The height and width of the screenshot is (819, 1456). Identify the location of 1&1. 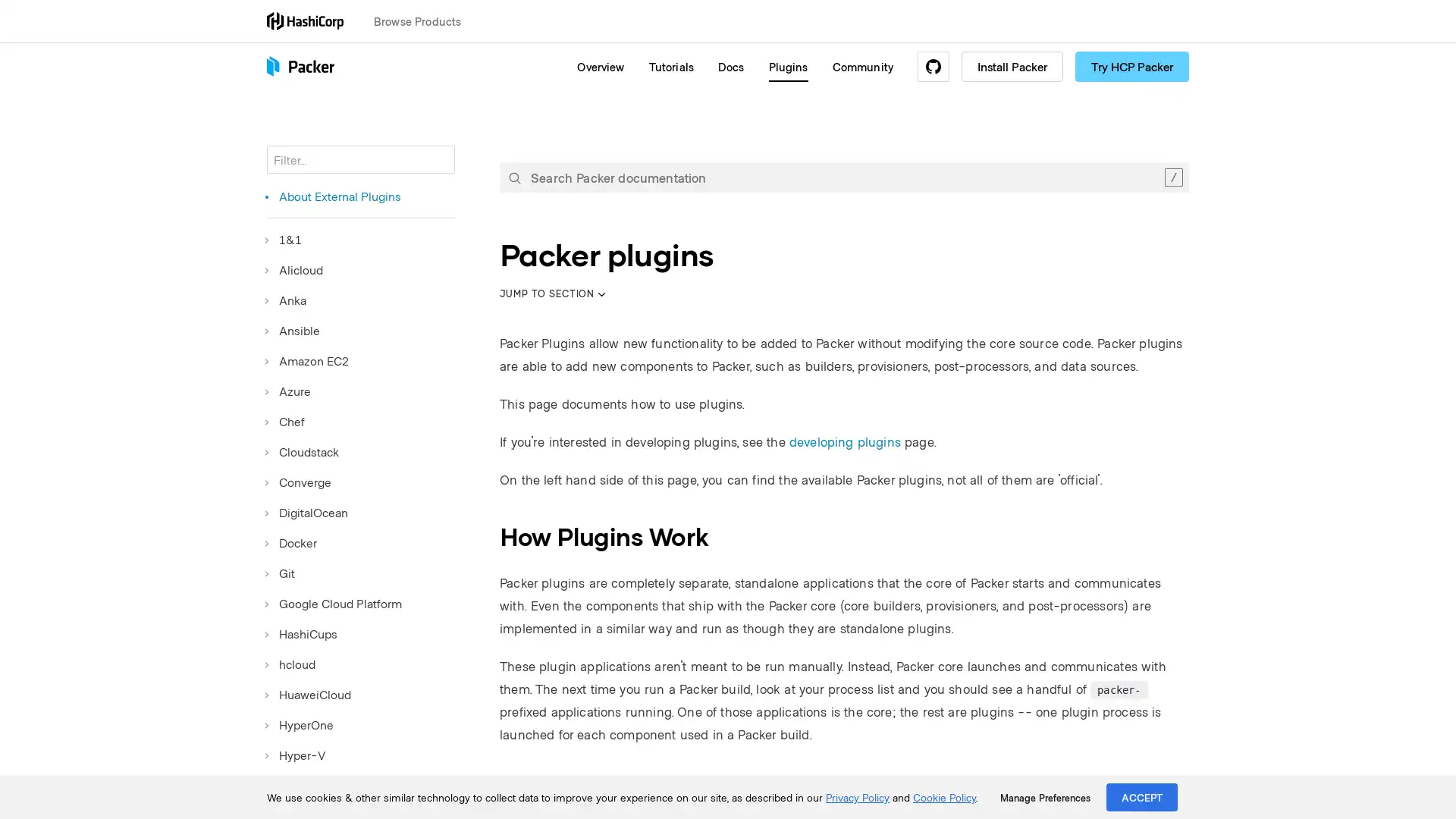
(284, 239).